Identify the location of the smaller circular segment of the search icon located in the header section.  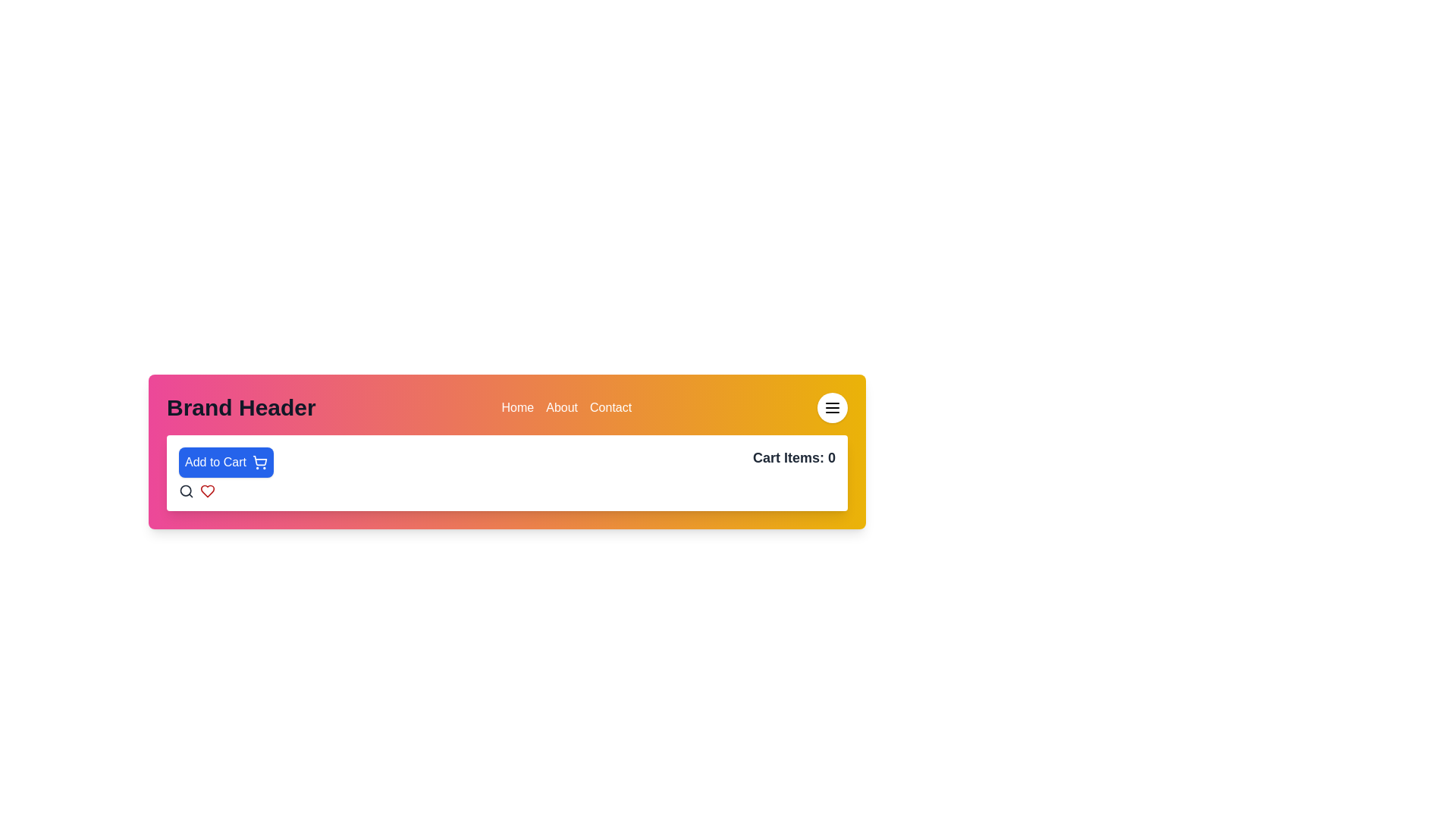
(185, 491).